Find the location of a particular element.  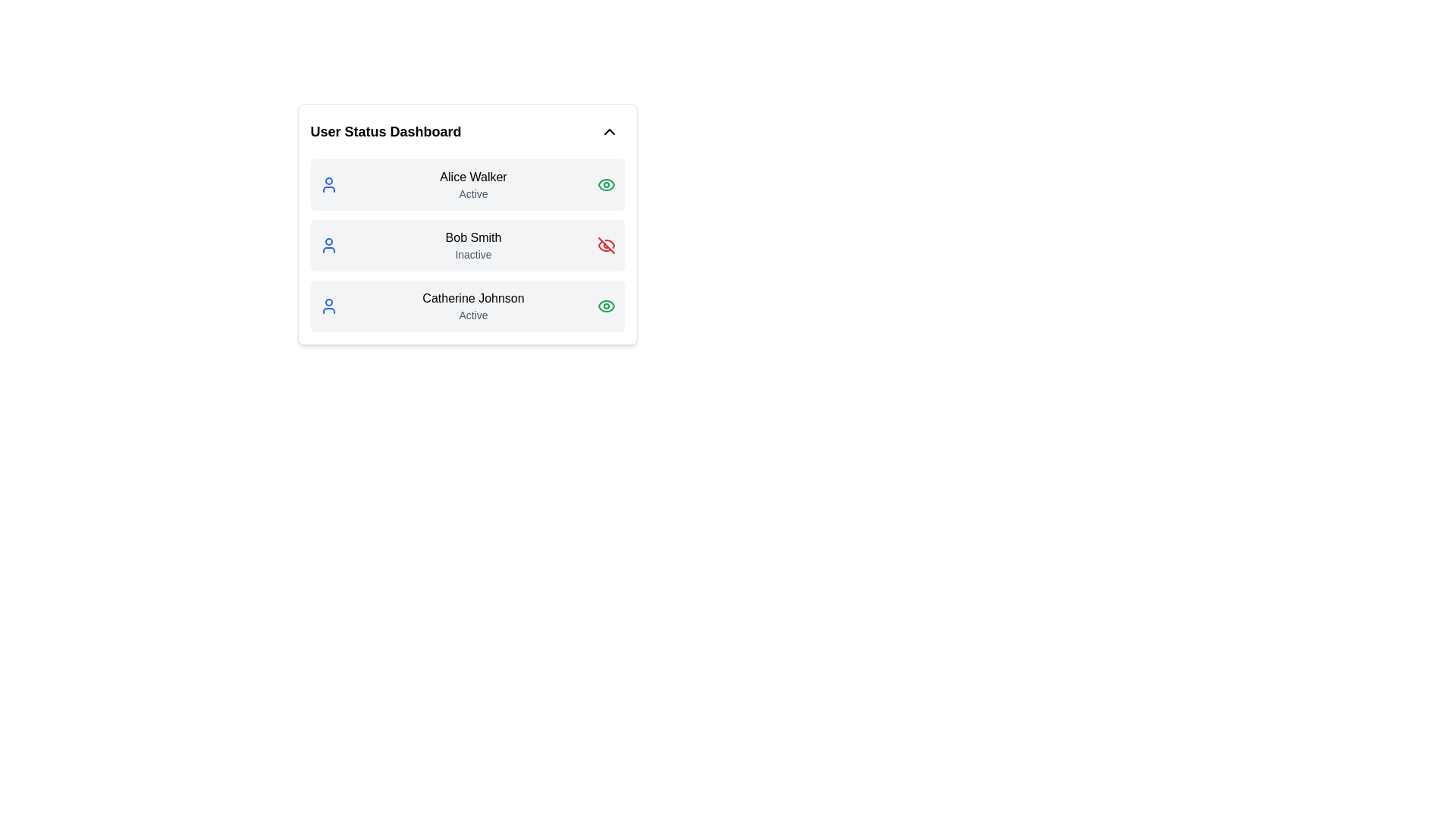

the user information text display located is located at coordinates (472, 184).